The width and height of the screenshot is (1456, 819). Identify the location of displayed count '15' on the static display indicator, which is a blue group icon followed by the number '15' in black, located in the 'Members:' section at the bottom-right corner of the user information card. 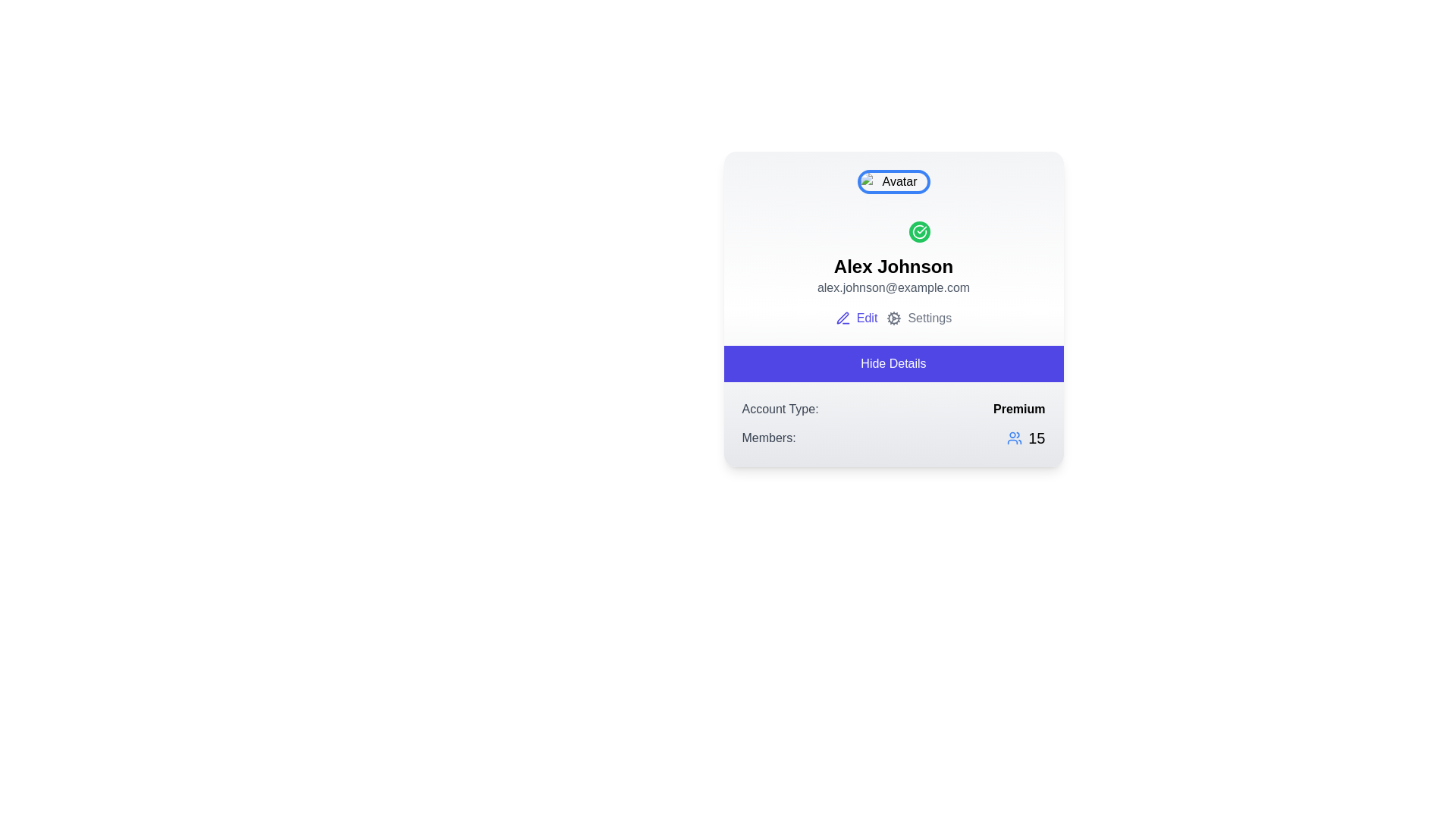
(1026, 438).